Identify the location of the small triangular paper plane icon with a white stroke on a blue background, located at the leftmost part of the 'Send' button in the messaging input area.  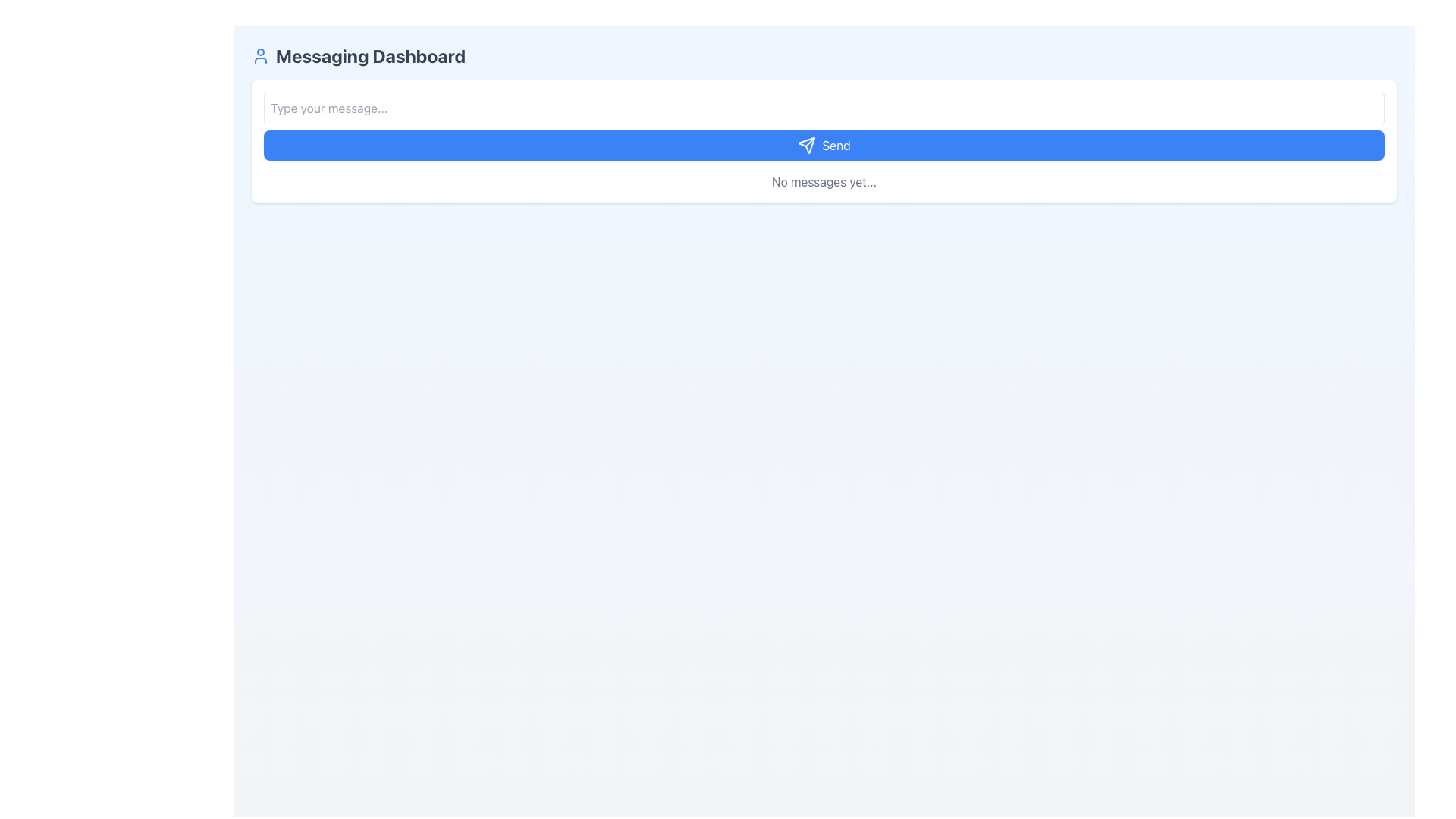
(806, 146).